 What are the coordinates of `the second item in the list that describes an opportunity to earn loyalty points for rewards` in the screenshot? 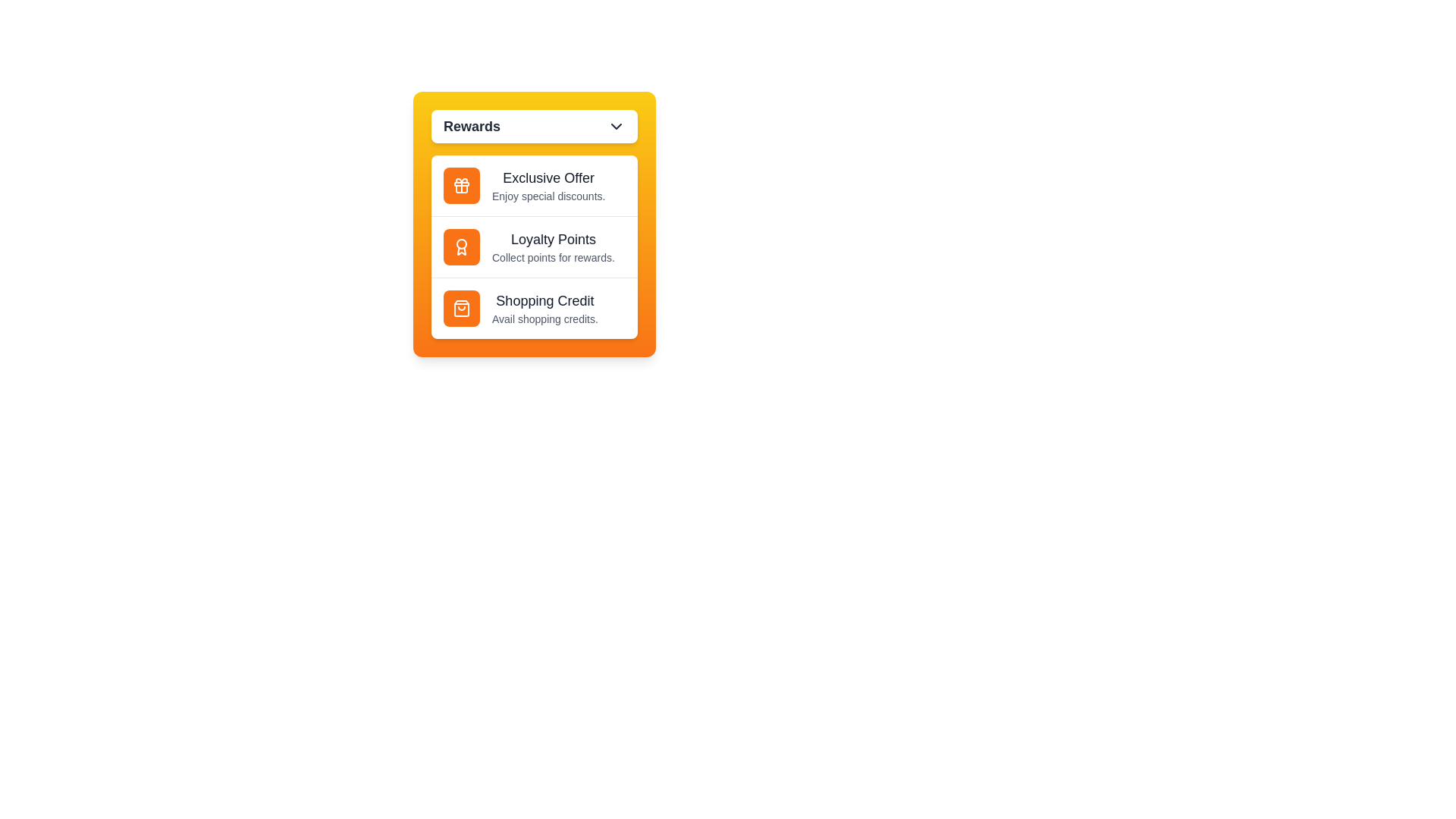 It's located at (535, 246).